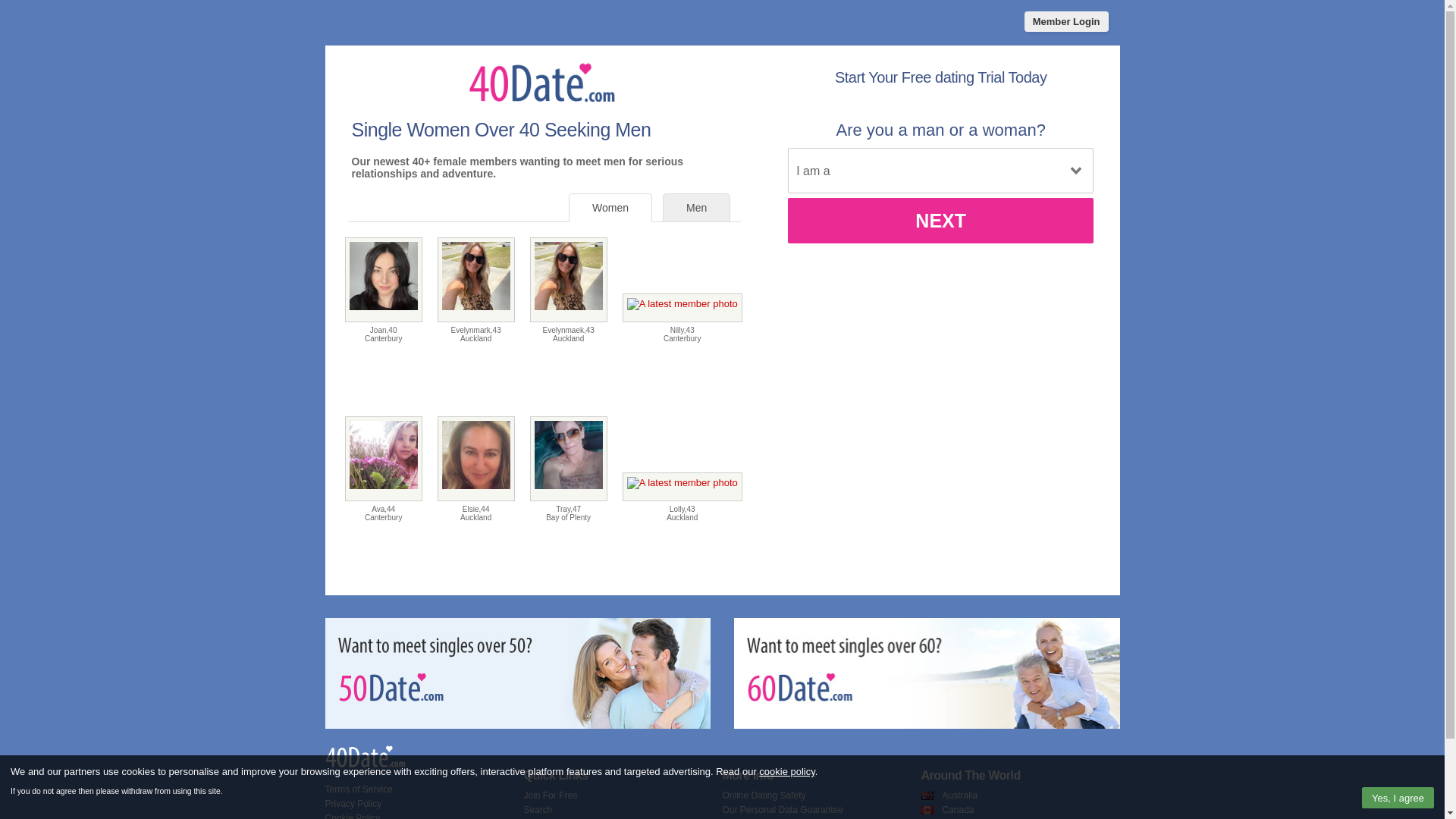  What do you see at coordinates (436, 458) in the screenshot?
I see `'Elsie, 44 from Auckland, Auckland'` at bounding box center [436, 458].